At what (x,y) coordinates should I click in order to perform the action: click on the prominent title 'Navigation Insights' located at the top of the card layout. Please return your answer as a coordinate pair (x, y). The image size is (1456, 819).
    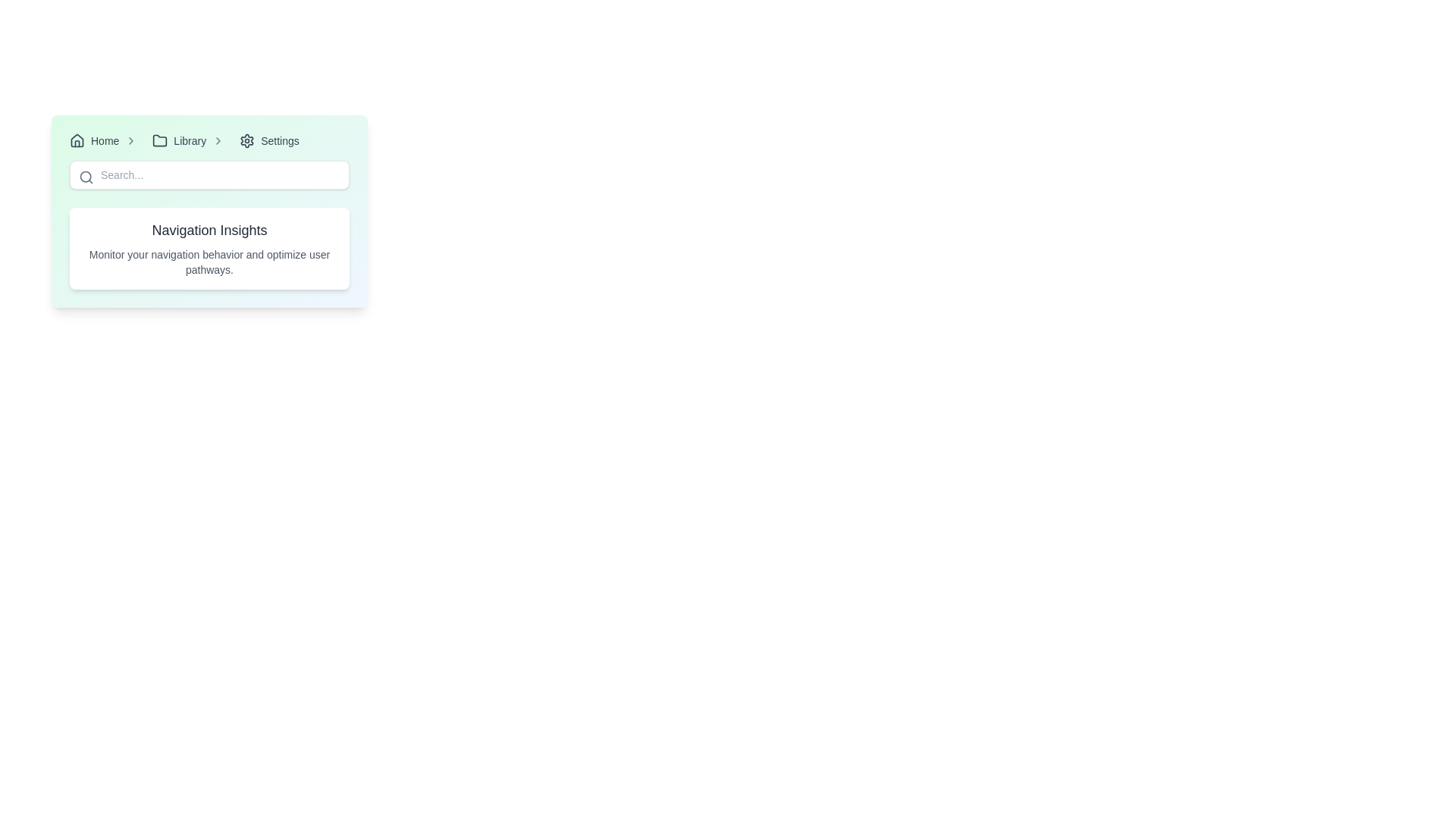
    Looking at the image, I should click on (209, 231).